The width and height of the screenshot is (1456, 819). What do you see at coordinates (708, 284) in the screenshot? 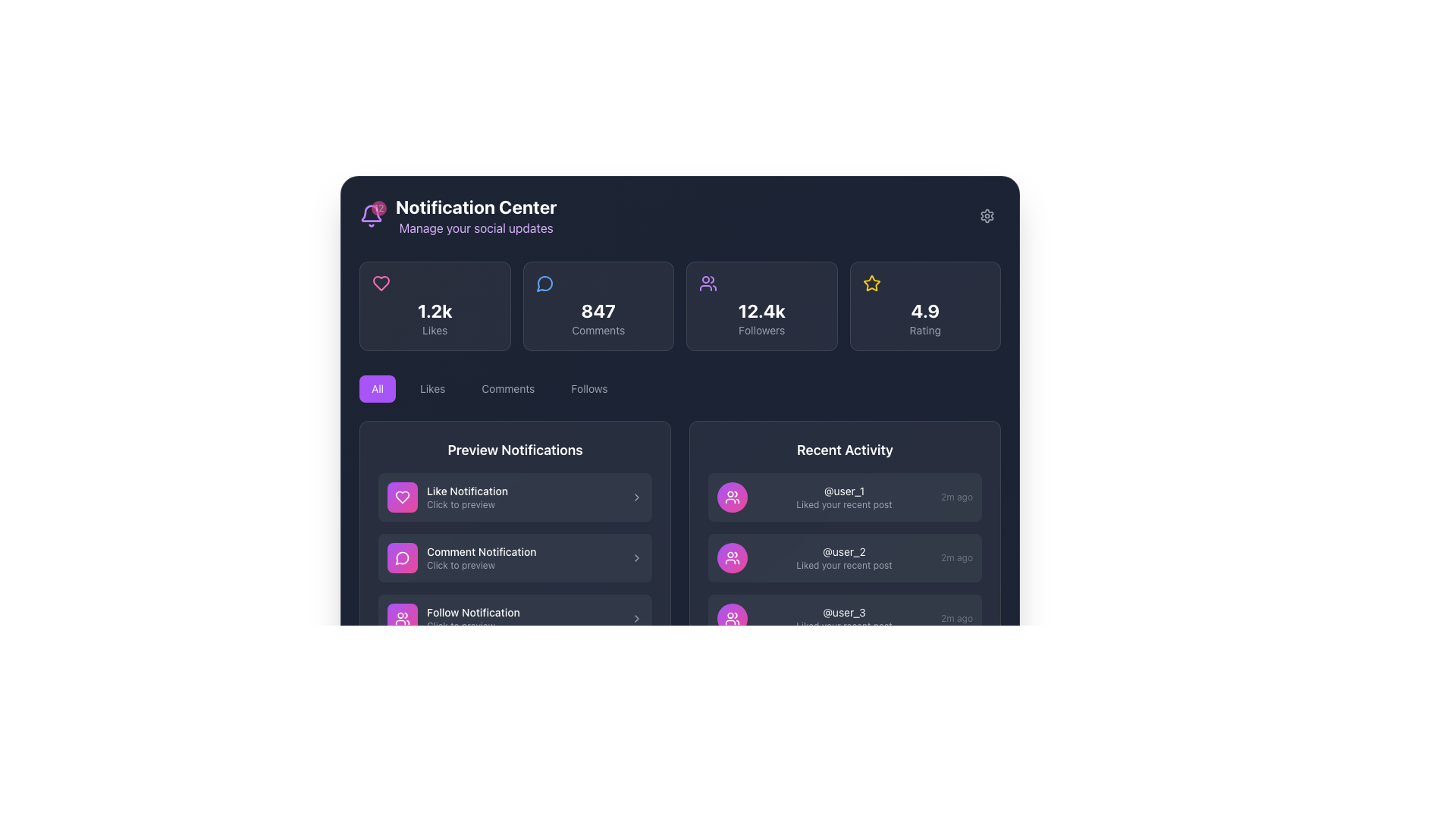
I see `the purple user group icon which represents '12.4k Followers', located as the third item from the left in the top row of the interface` at bounding box center [708, 284].